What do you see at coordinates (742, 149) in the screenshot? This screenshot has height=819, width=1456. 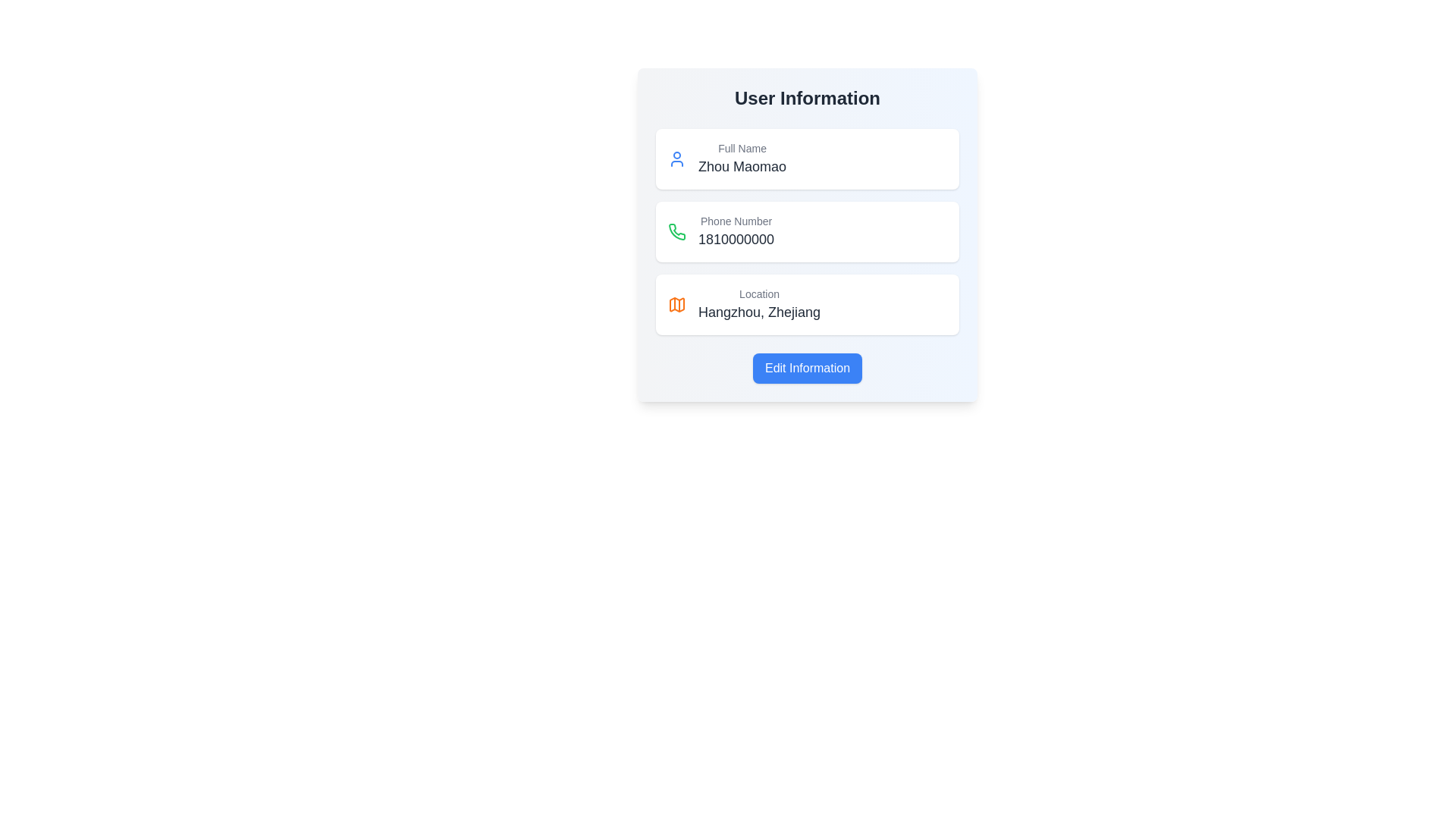 I see `the 'Full Name' label, which is styled in gray with a small font size and is positioned above the text 'Zhou Maomao' in the 'User Information' section` at bounding box center [742, 149].